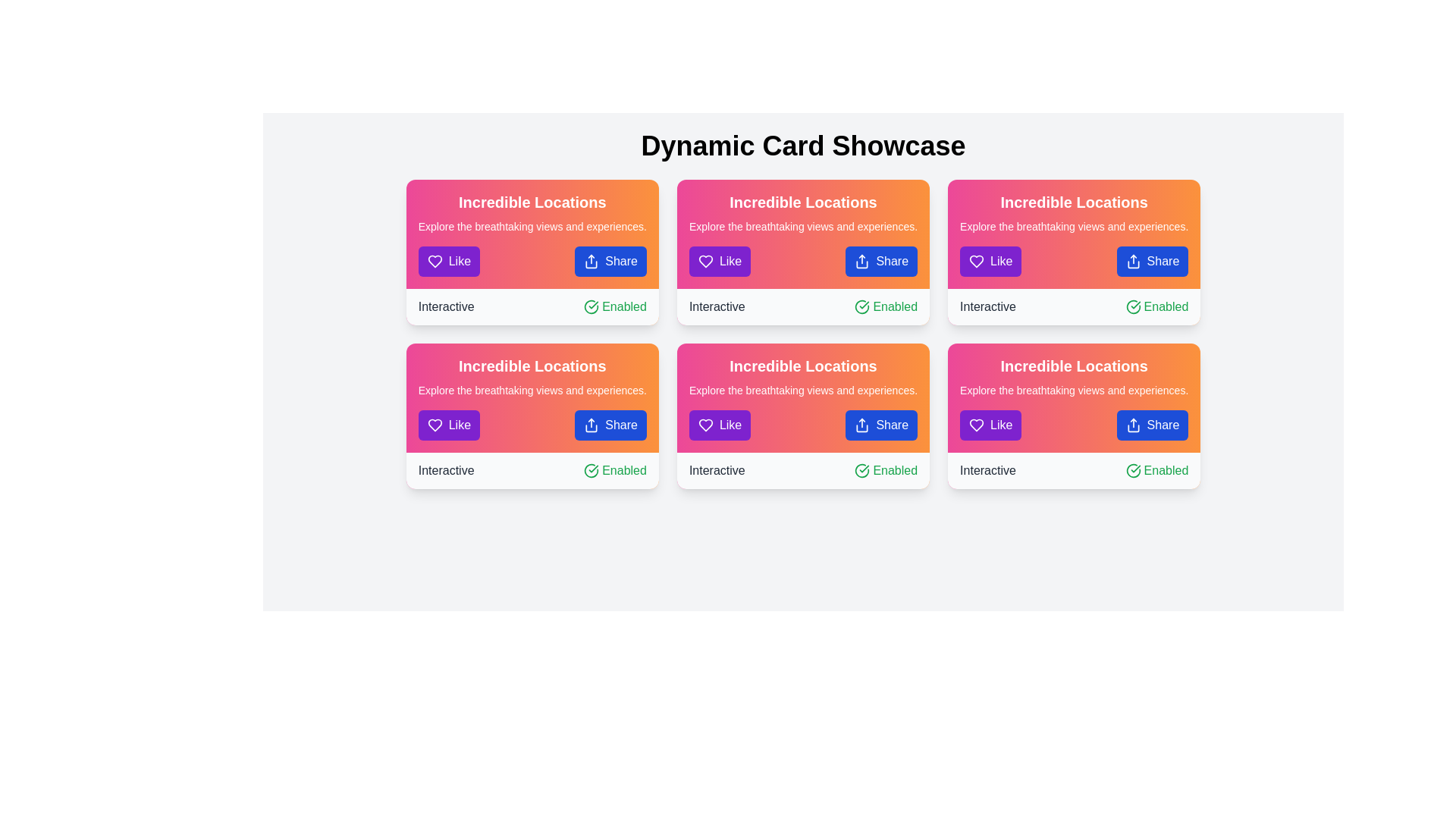 The height and width of the screenshot is (819, 1456). Describe the element at coordinates (445, 470) in the screenshot. I see `the 'Interactive' text label located in the bottom section of the leftmost card in a 3x2 grid layout` at that location.